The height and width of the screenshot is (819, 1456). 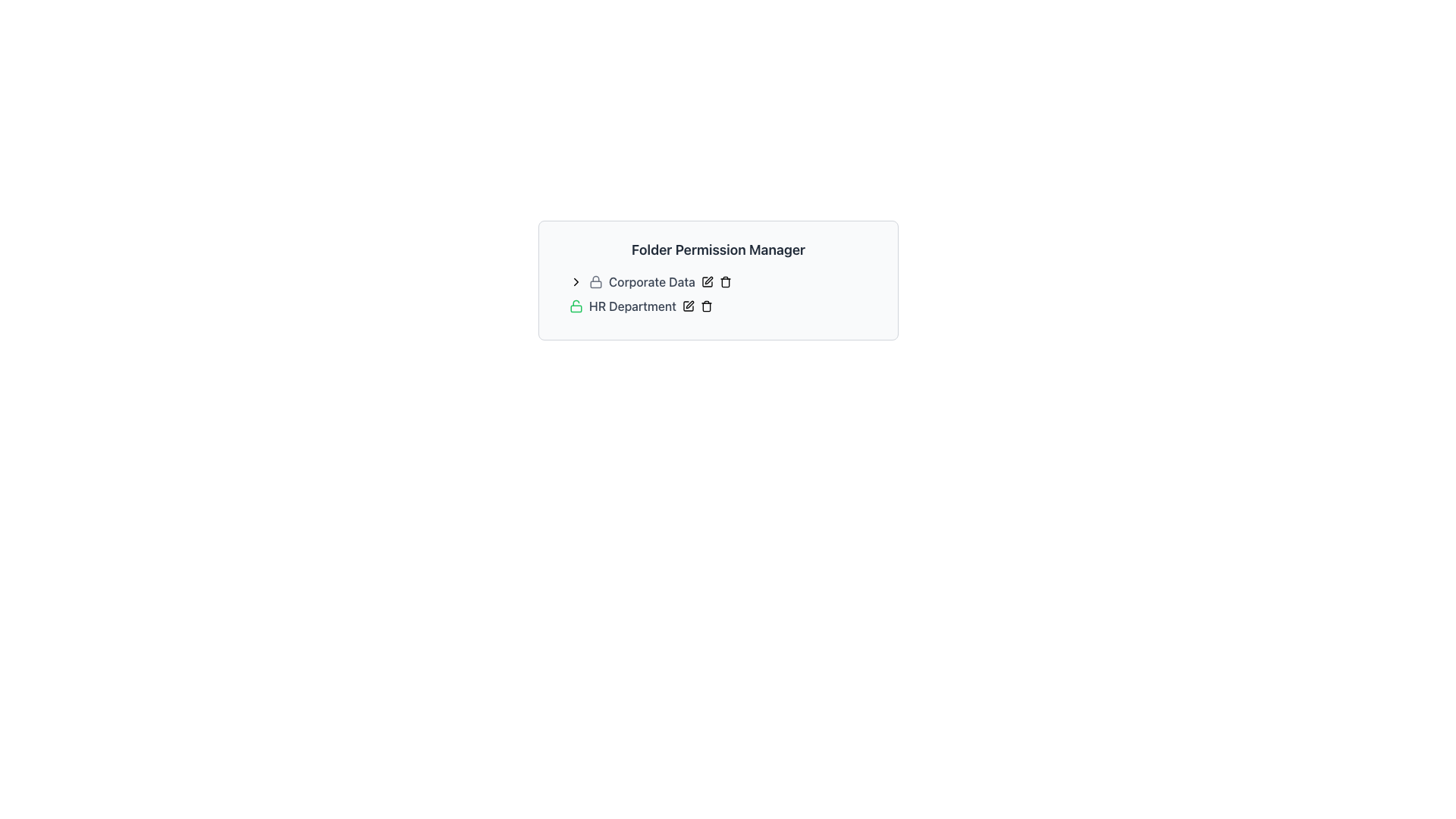 I want to click on the 'Delete' icon in the 'Folder Permission Manager' for the 'HR Department' located in the second row, which is the last icon following the editing pencil icon, so click(x=705, y=307).